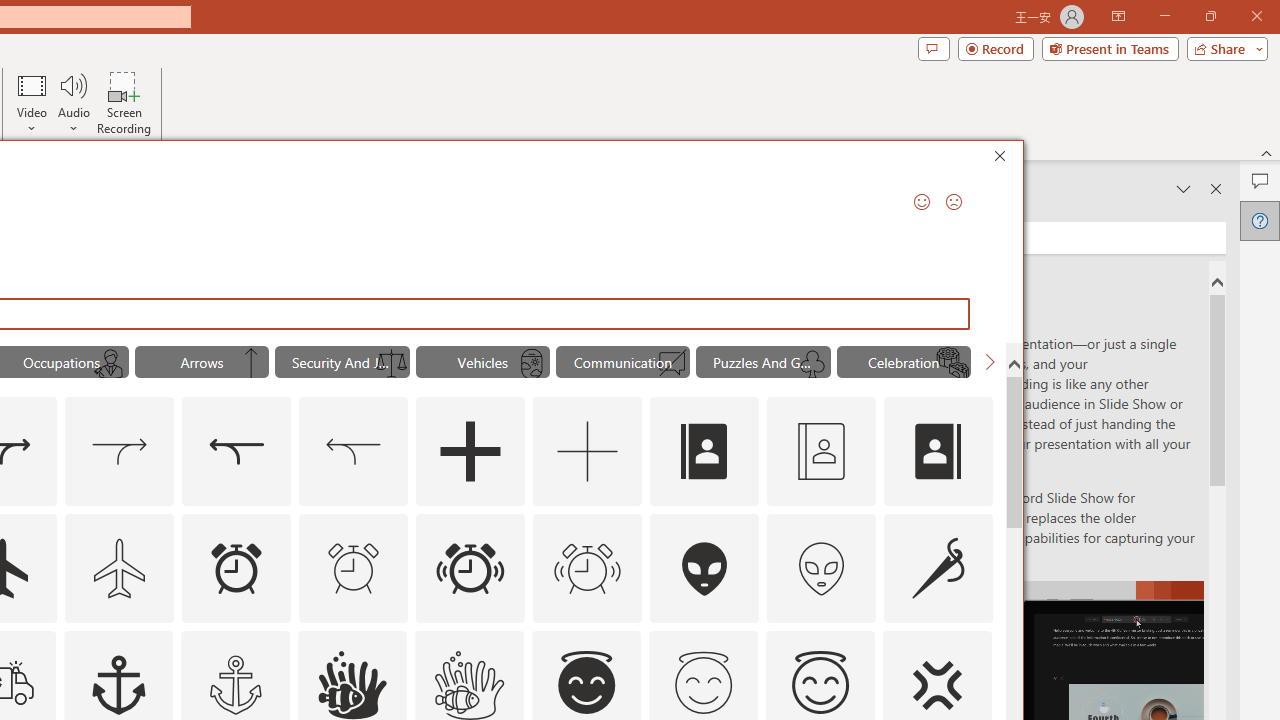  What do you see at coordinates (353, 452) in the screenshot?
I see `'AutomationID: Icons_Acquisition_RTL_M'` at bounding box center [353, 452].